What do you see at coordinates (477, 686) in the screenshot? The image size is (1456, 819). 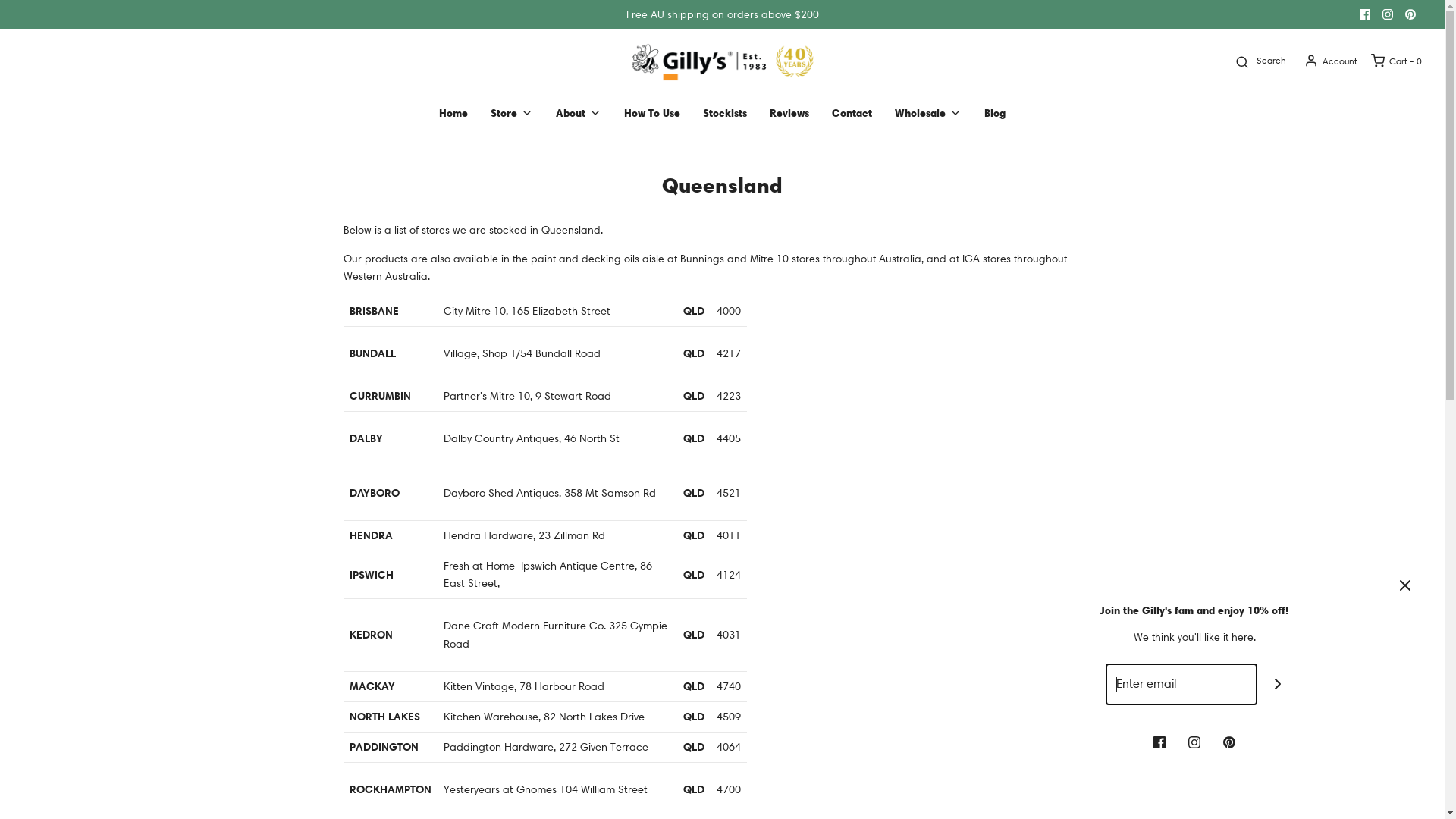 I see `'Kitten Vintage'` at bounding box center [477, 686].